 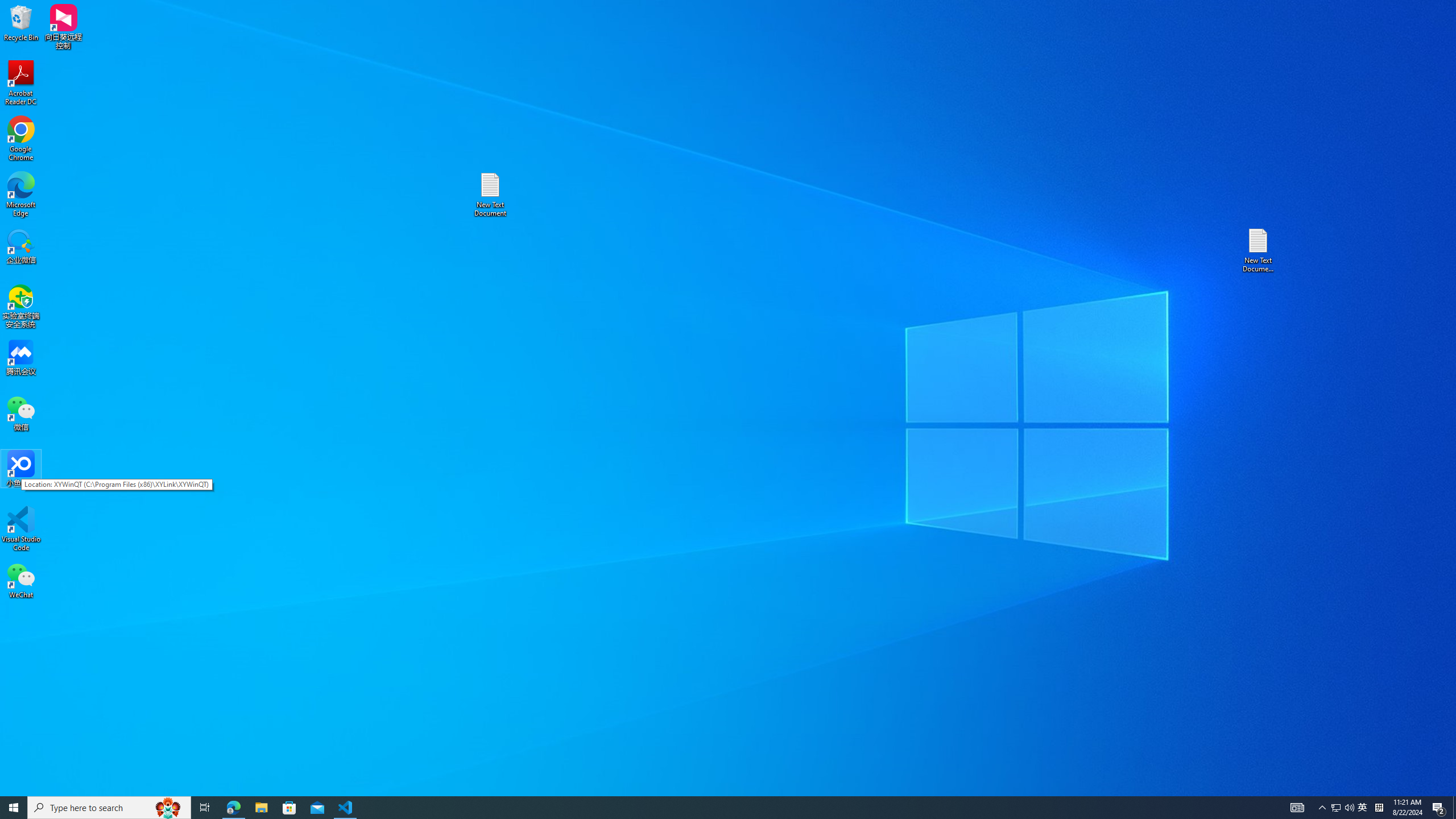 I want to click on 'Tray Input Indicator - Chinese (Simplified, China)', so click(x=1379, y=806).